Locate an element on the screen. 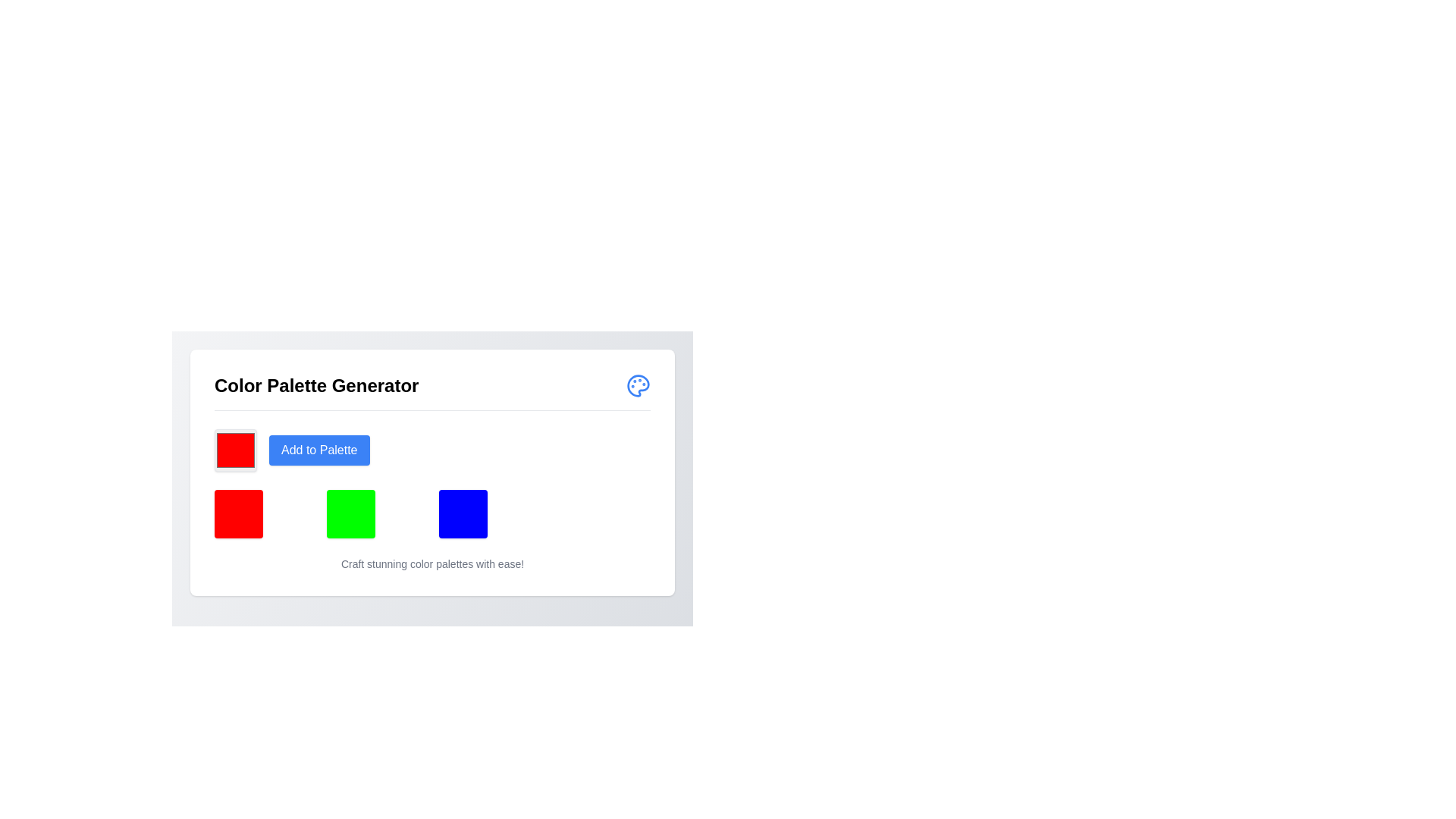 This screenshot has height=819, width=1456. the painter's palette icon located at the top-right corner of the 'Color Palette Generator' section, adjacent to the title text 'Color Palette Generator' is located at coordinates (638, 385).